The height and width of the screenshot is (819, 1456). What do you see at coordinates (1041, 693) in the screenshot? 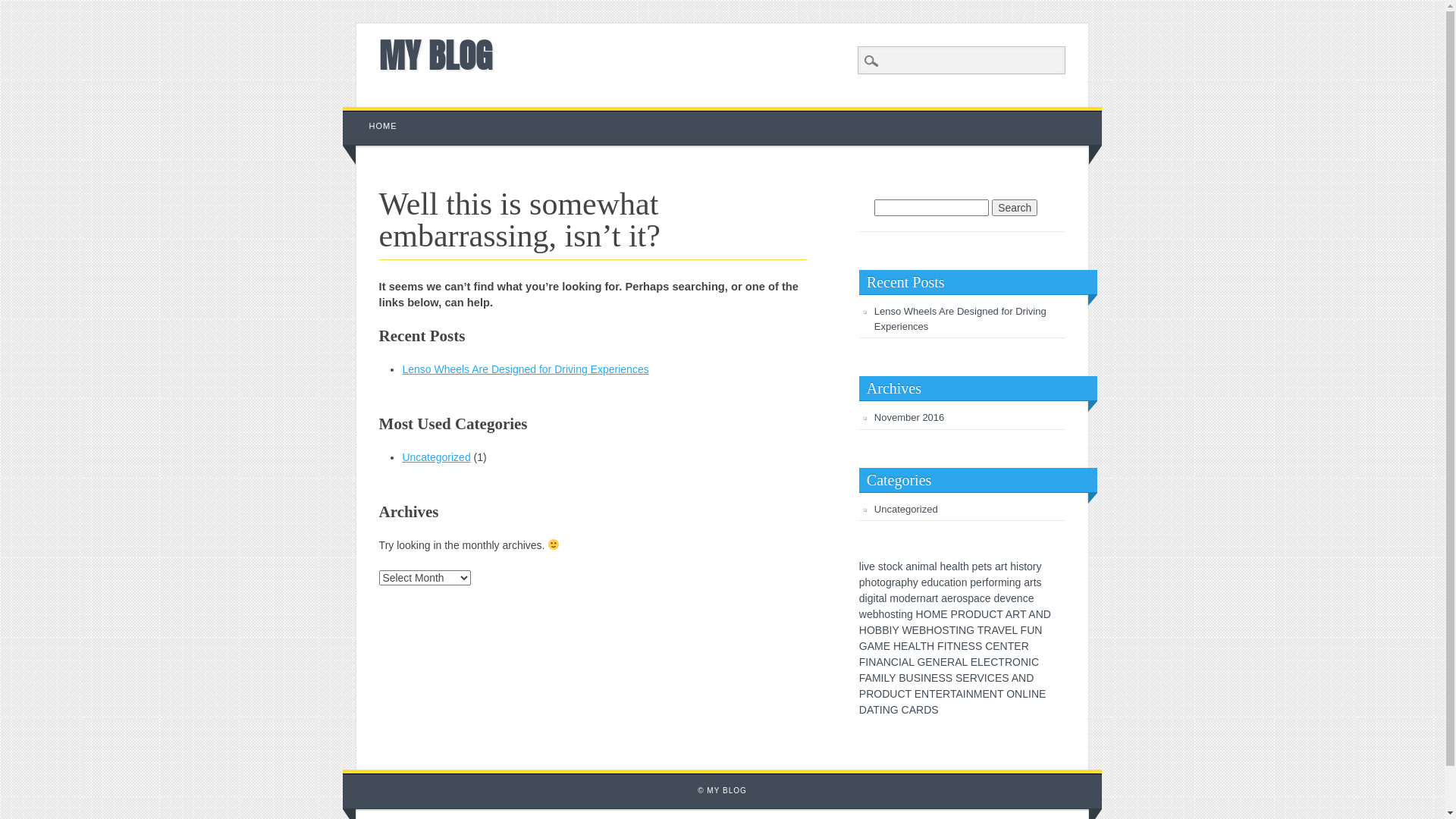
I see `'E'` at bounding box center [1041, 693].